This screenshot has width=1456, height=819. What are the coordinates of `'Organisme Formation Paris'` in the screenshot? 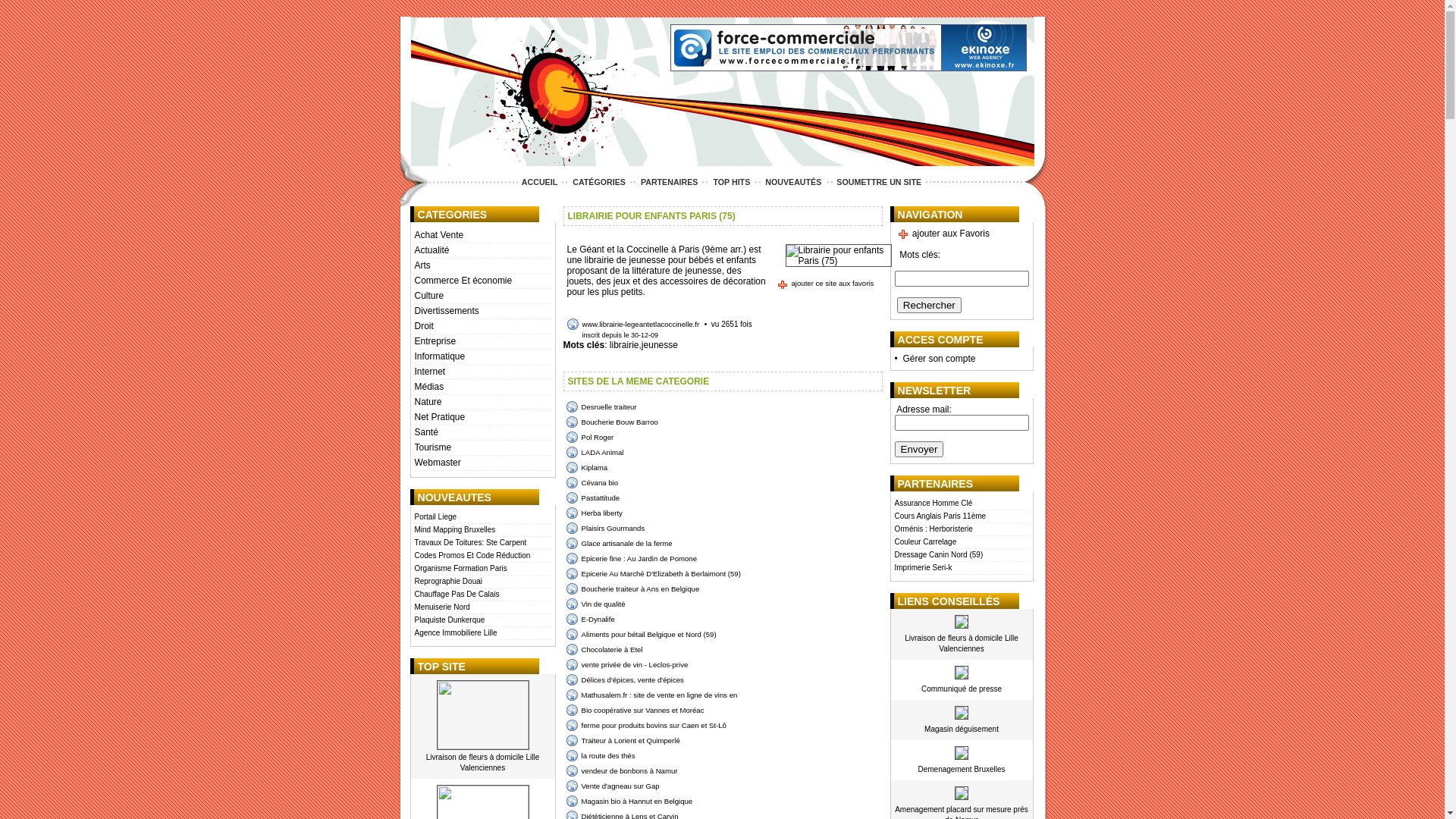 It's located at (481, 569).